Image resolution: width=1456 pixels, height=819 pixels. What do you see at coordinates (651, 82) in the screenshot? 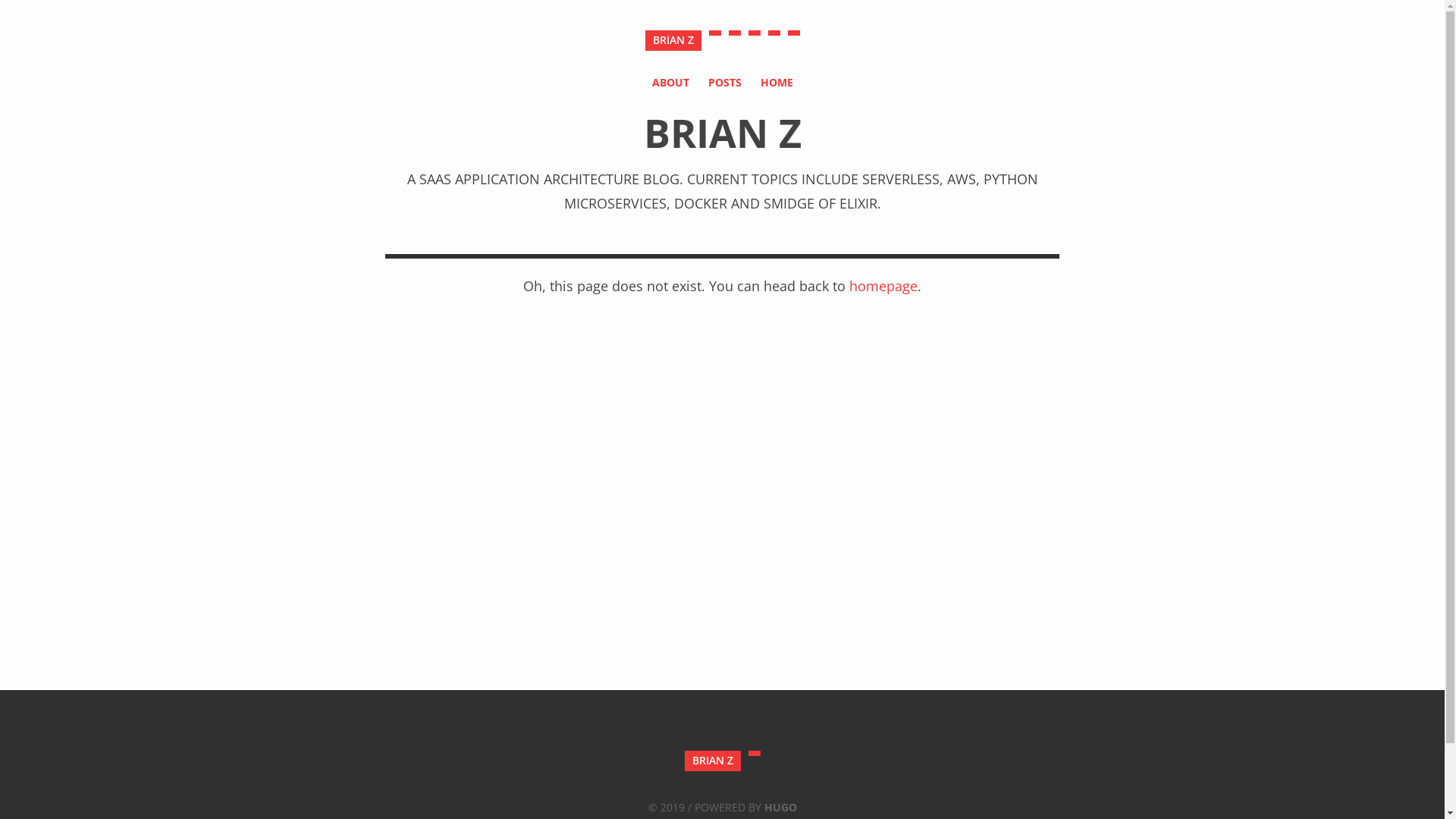
I see `'ABOUT'` at bounding box center [651, 82].